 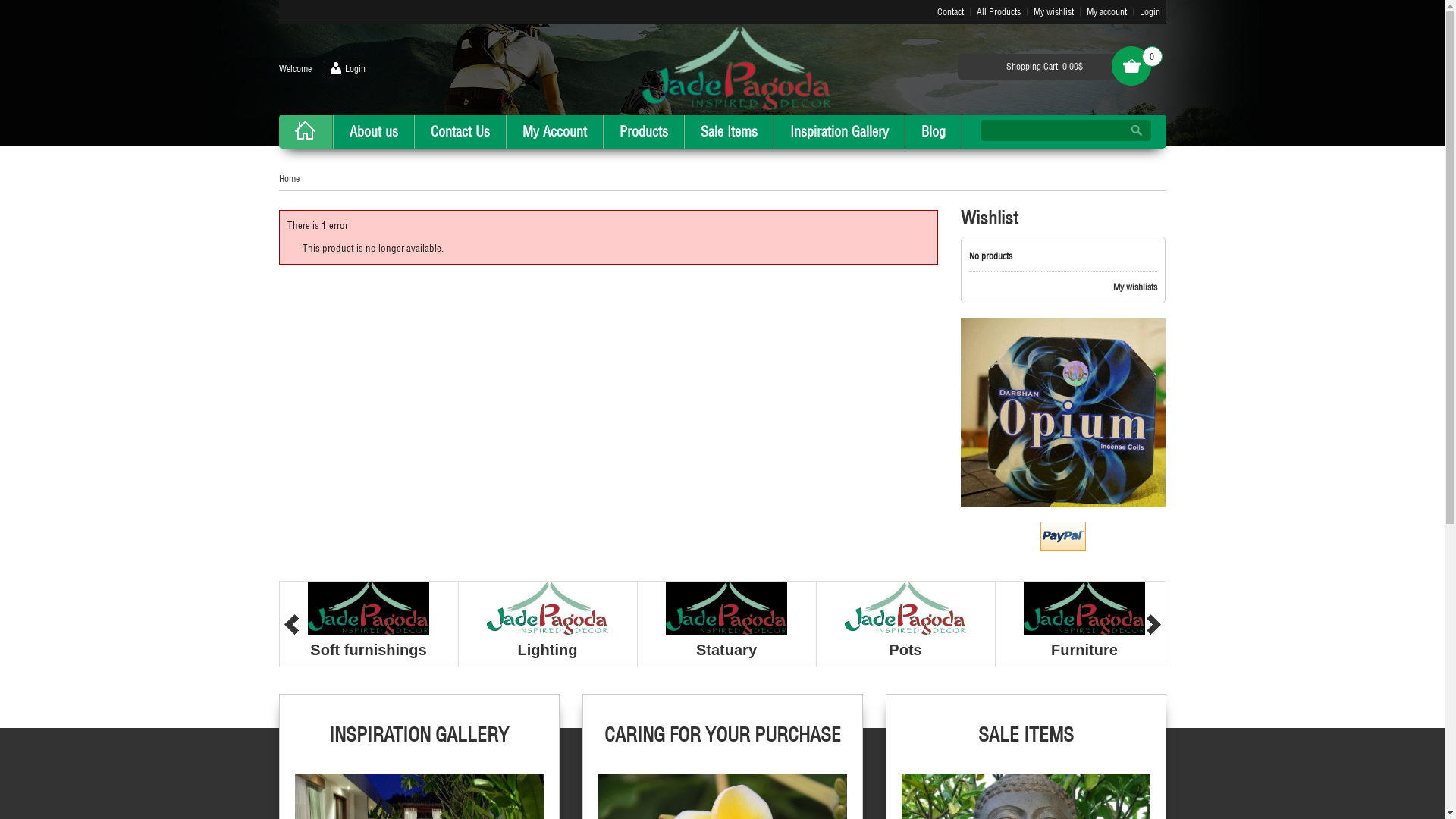 I want to click on 'Jade Pagoda ', so click(x=642, y=67).